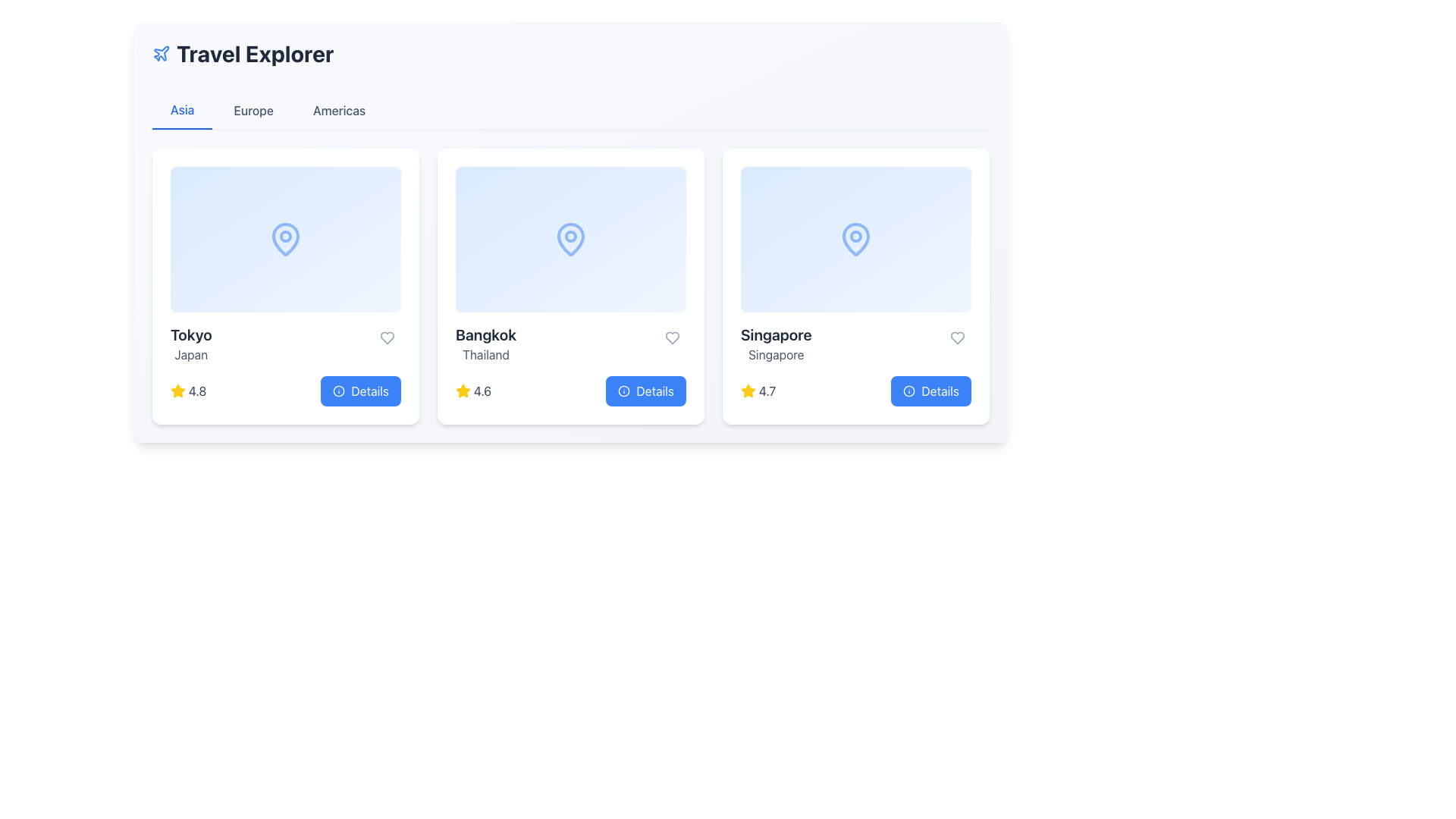 The image size is (1456, 819). I want to click on the 'Details' button with a blue background and white text for keyboard navigation, so click(360, 391).